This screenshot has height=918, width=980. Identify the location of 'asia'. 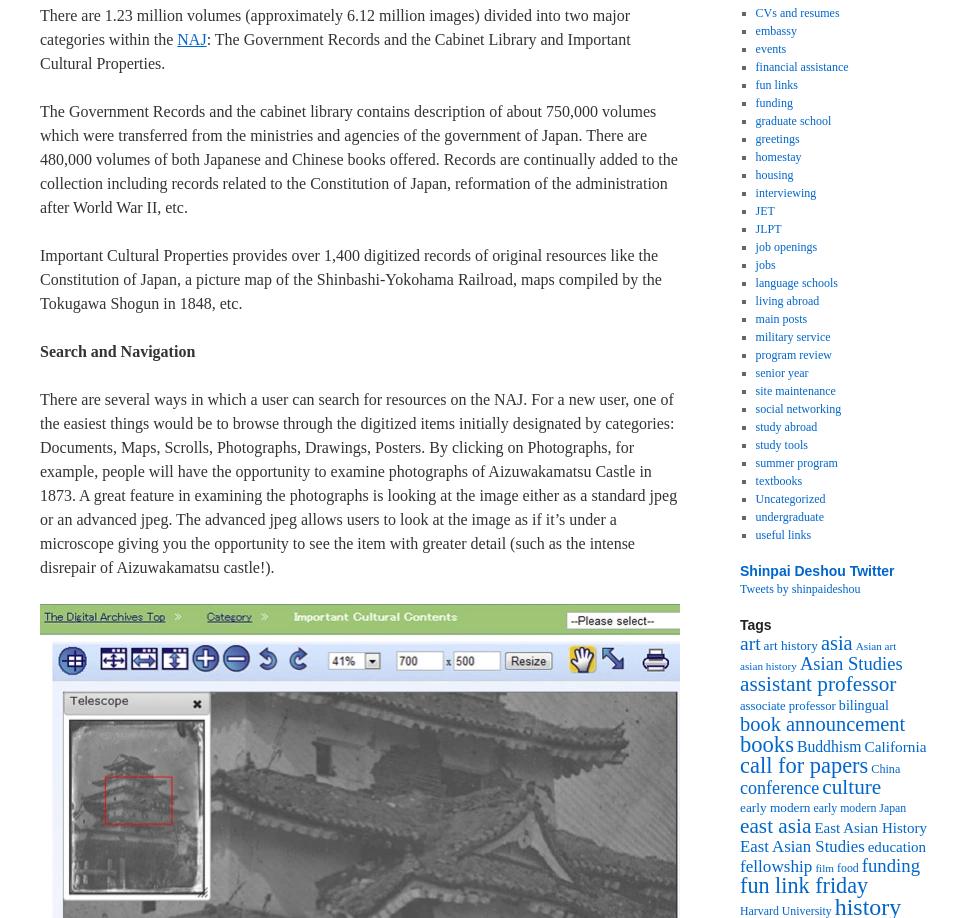
(819, 642).